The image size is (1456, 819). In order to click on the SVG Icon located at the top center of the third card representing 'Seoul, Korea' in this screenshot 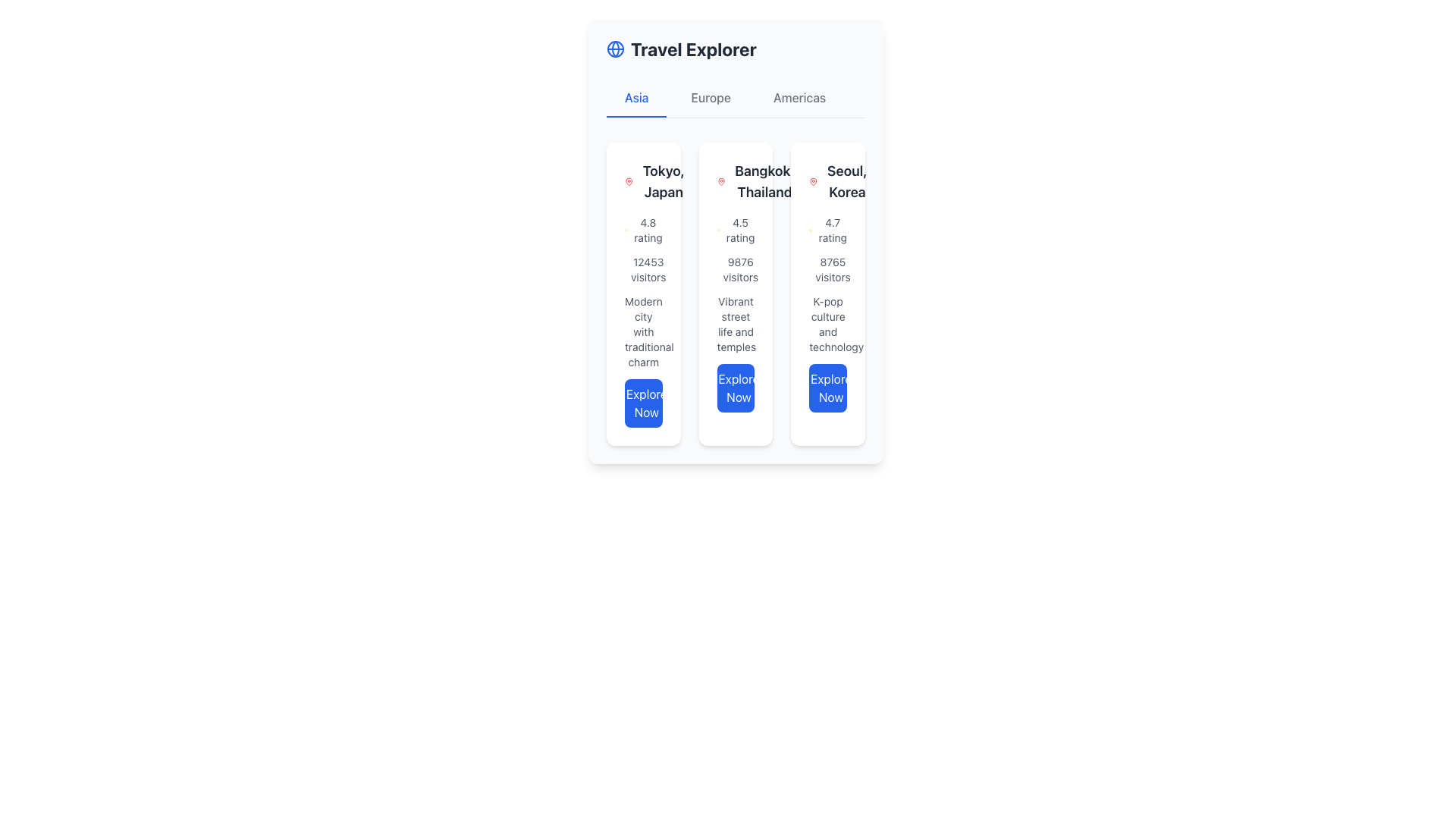, I will do `click(806, 182)`.